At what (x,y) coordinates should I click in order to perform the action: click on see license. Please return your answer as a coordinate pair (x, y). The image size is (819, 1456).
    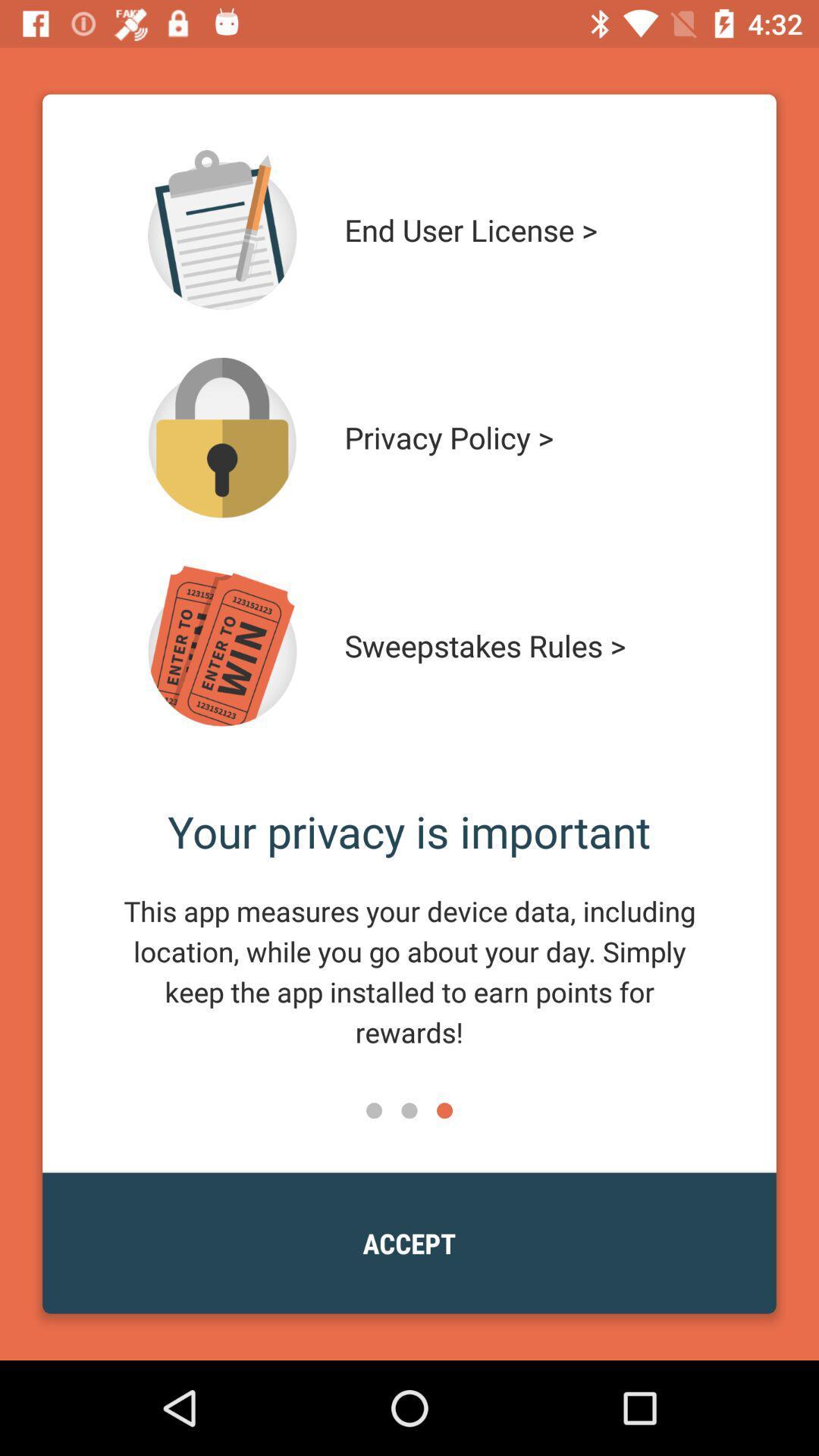
    Looking at the image, I should click on (222, 229).